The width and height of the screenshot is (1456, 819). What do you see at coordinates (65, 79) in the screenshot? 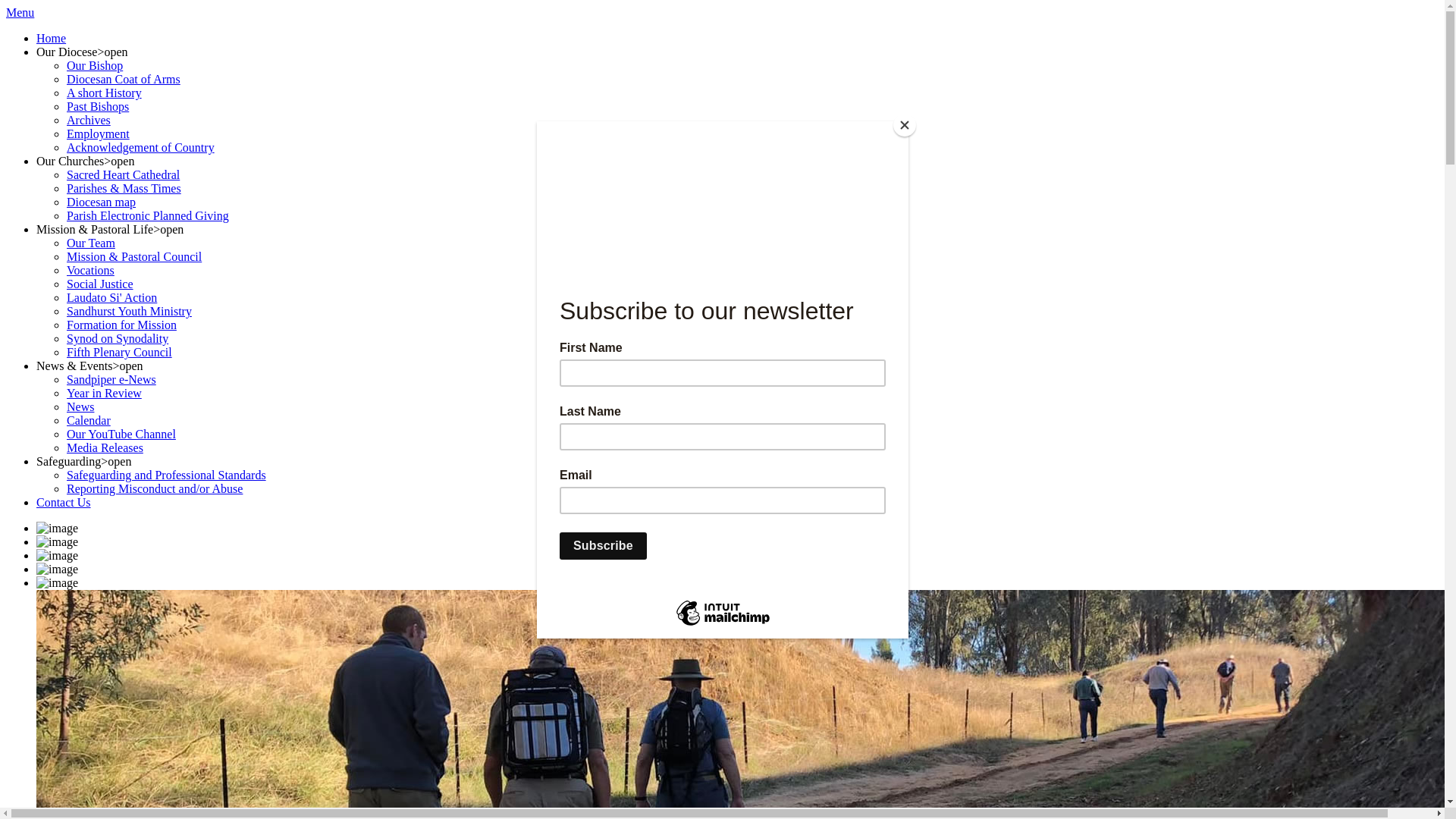
I see `'Diocesan Coat of Arms'` at bounding box center [65, 79].